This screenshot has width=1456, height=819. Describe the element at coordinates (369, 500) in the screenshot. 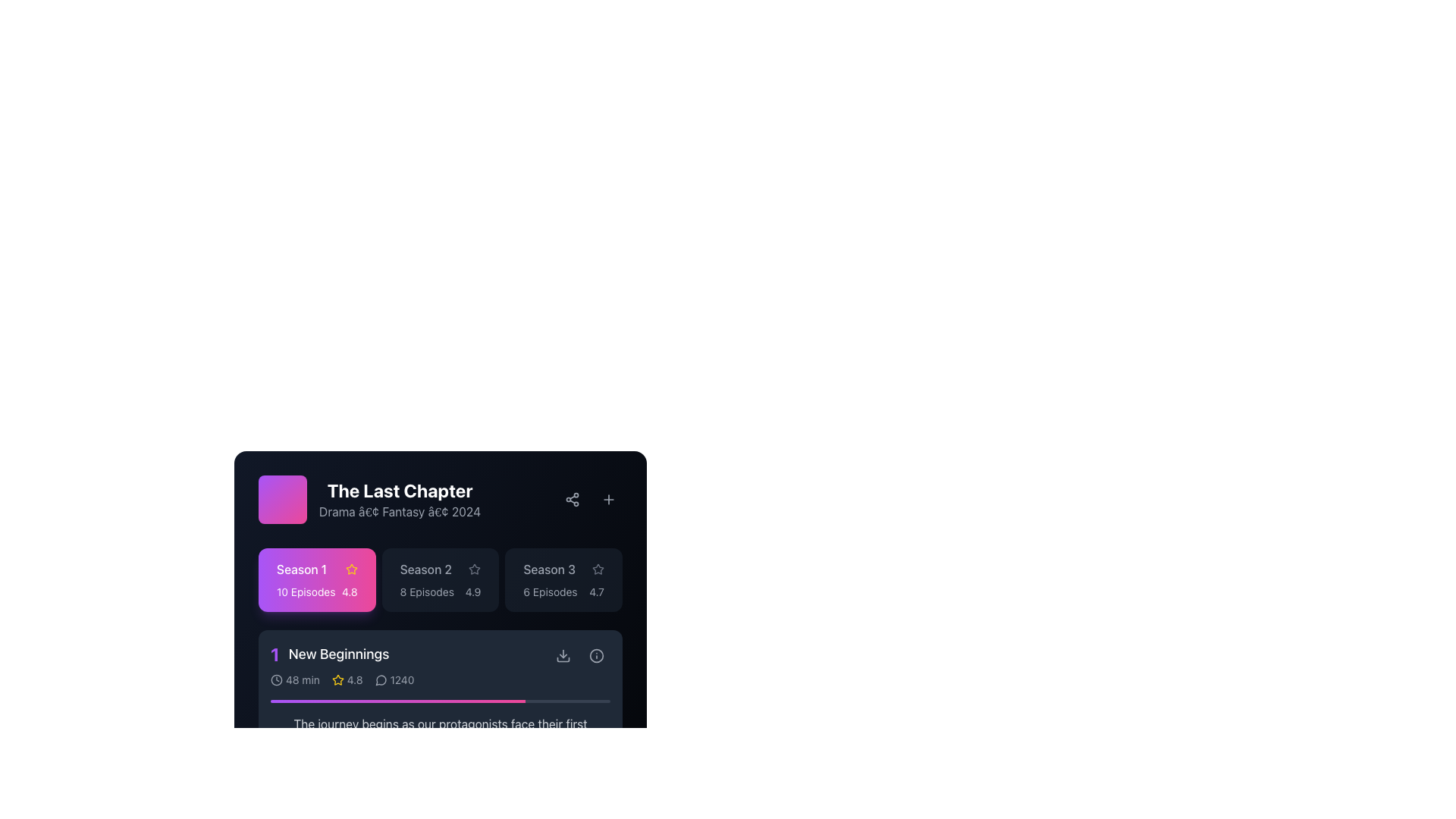

I see `the Informative text block displaying 'The Last Chapter' with a square gradient marker` at that location.